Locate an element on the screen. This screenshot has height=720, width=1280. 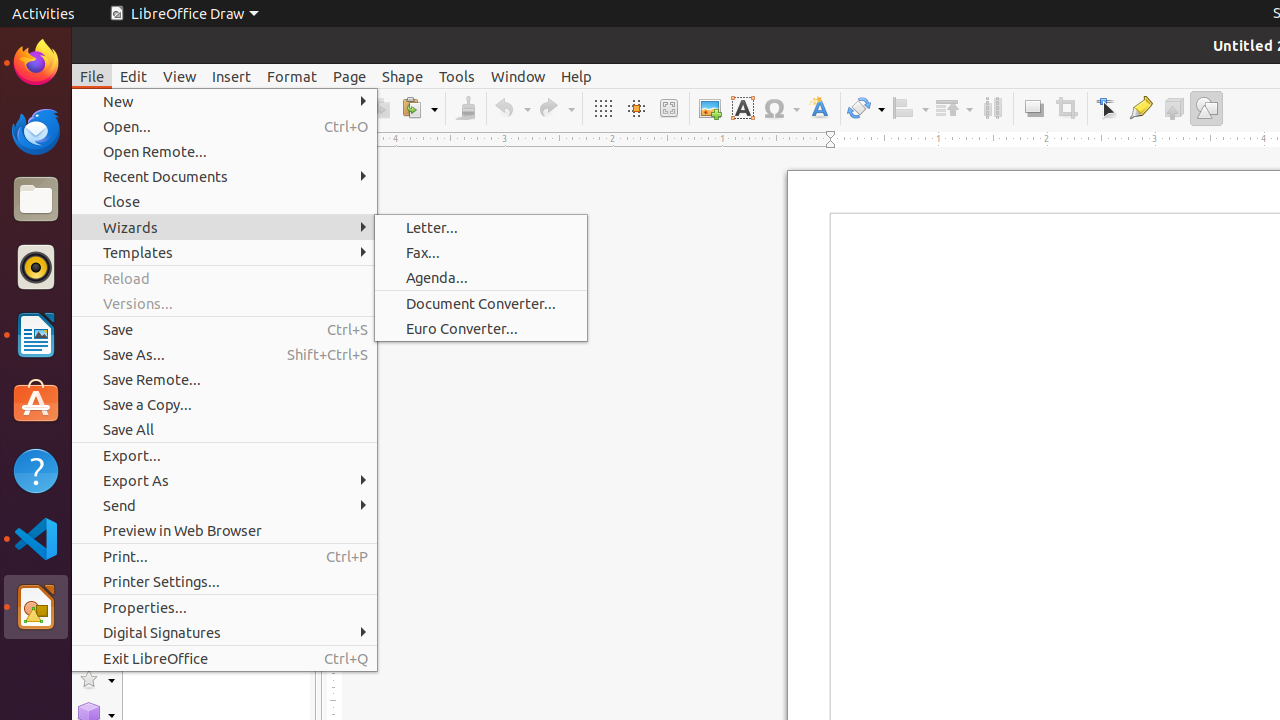
'Fontwork Style' is located at coordinates (819, 108).